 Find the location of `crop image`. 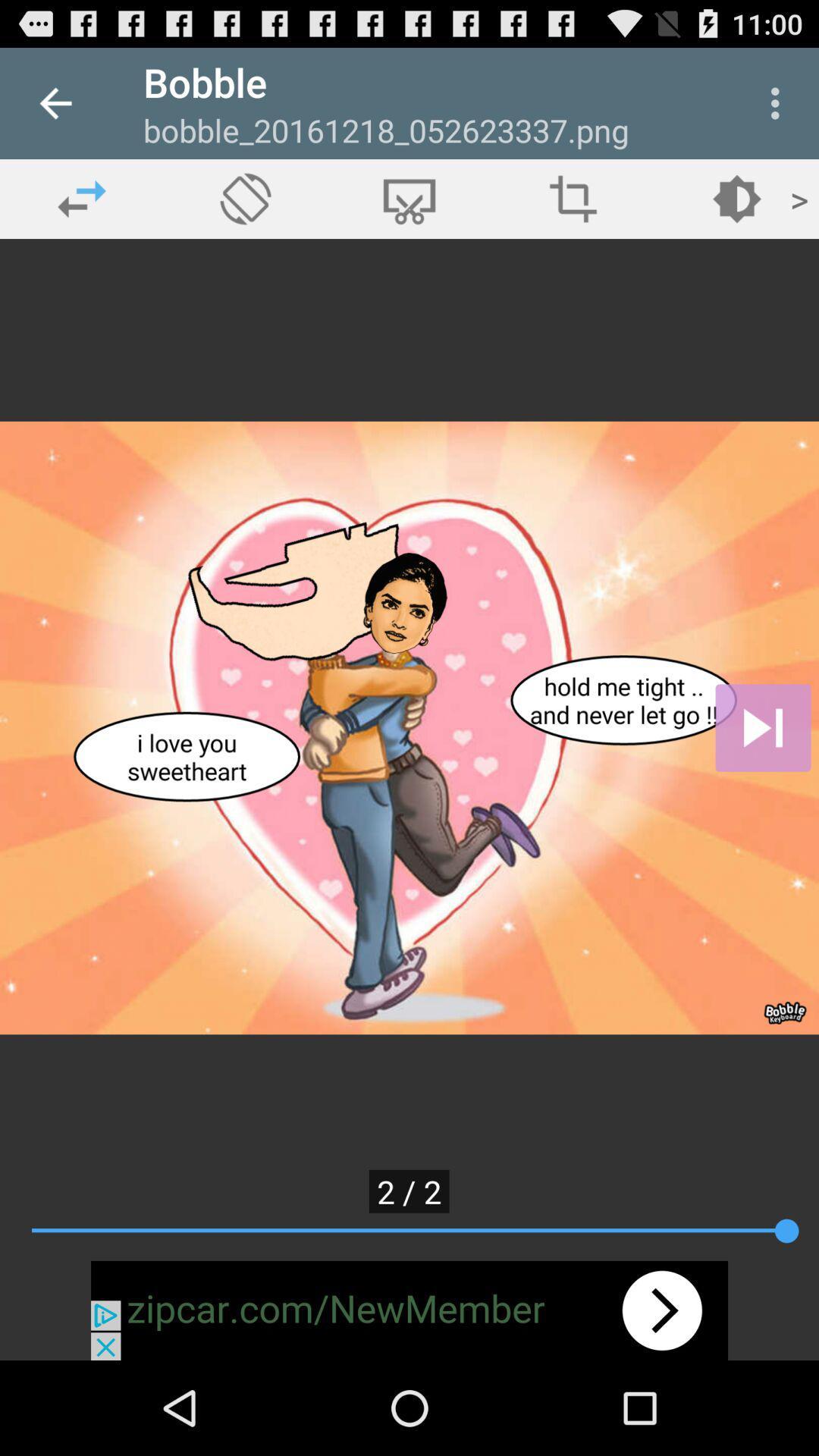

crop image is located at coordinates (409, 198).